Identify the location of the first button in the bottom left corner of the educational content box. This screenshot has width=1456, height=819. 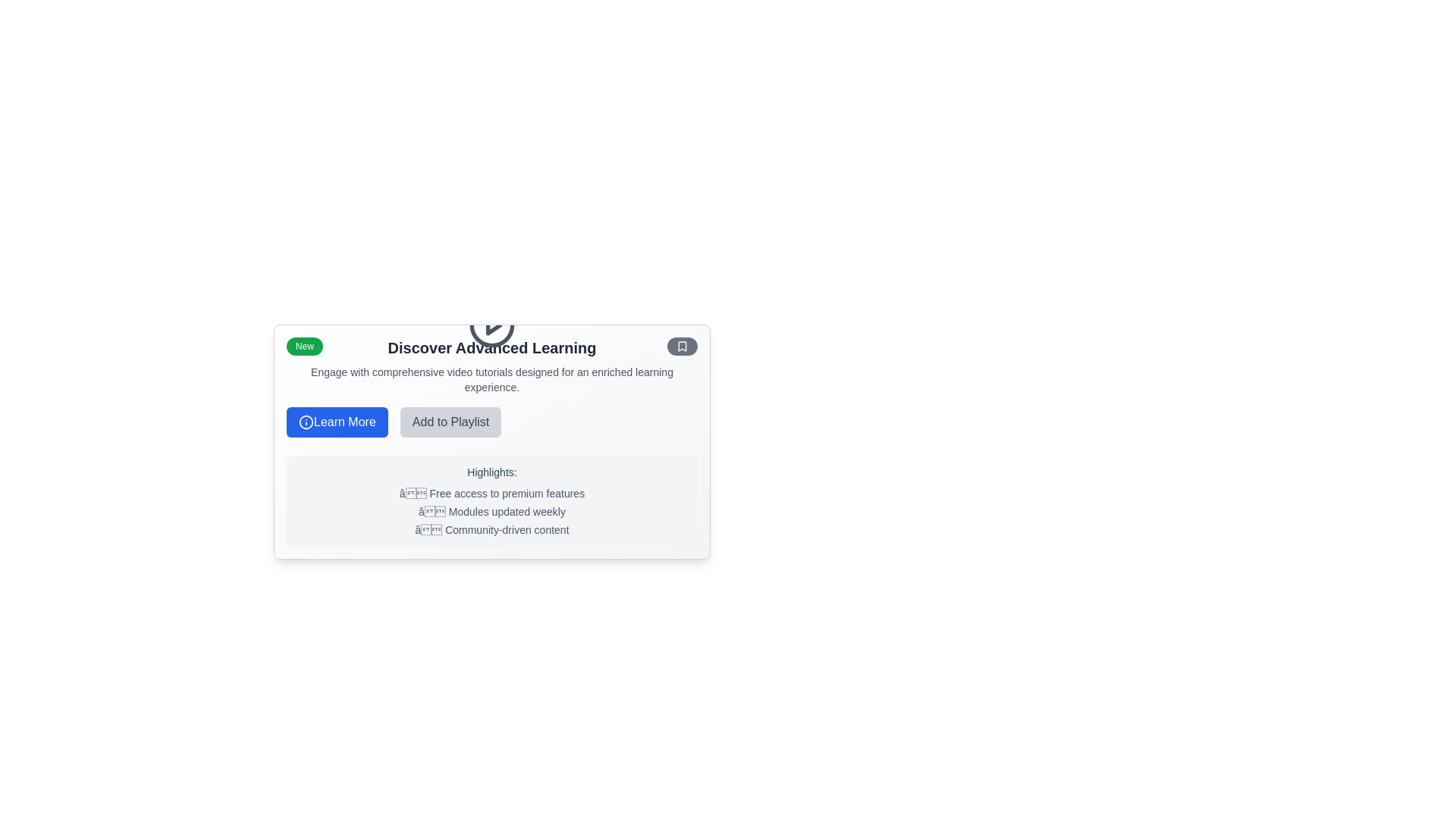
(336, 422).